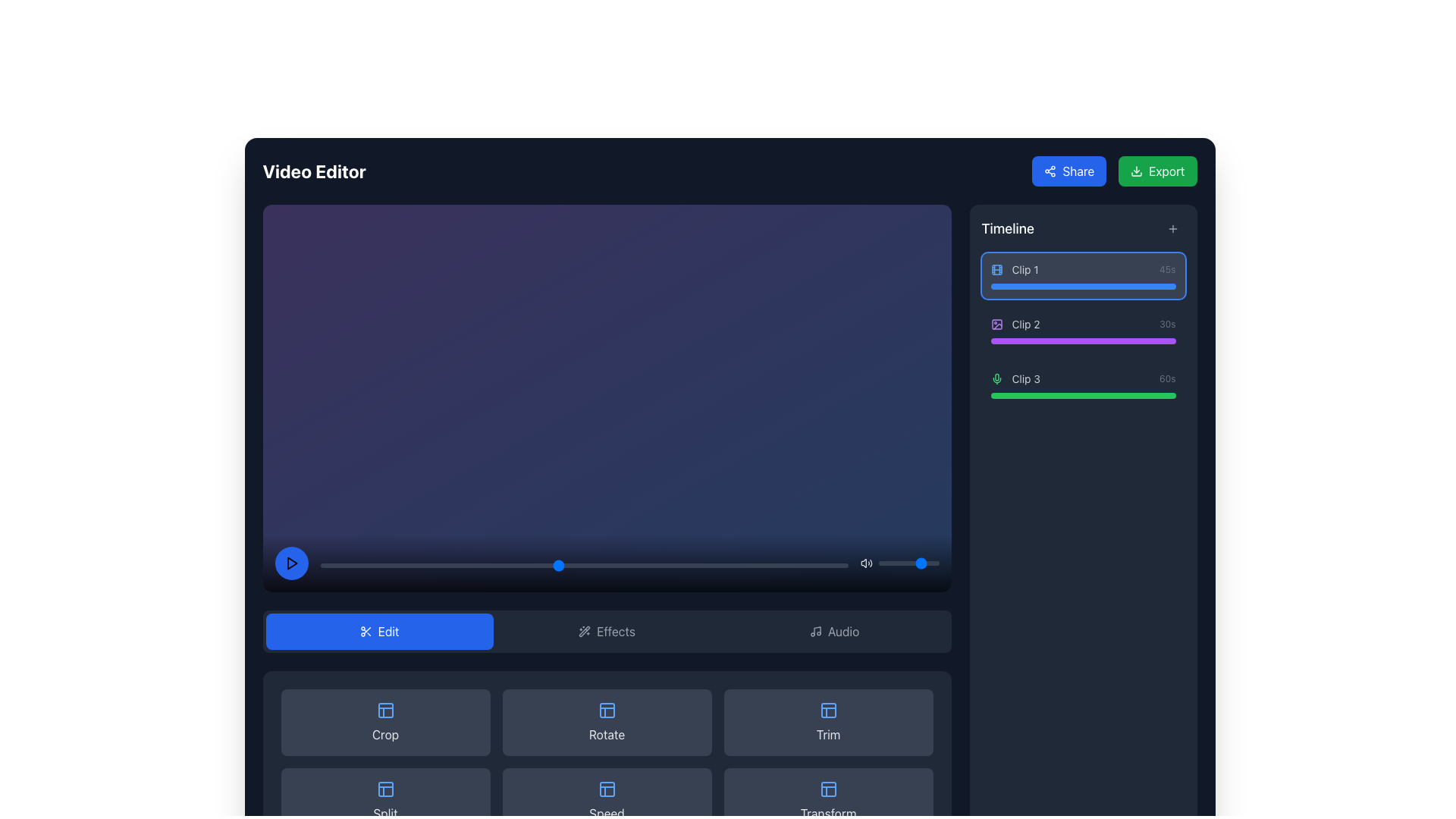  Describe the element at coordinates (881, 563) in the screenshot. I see `the slider value` at that location.